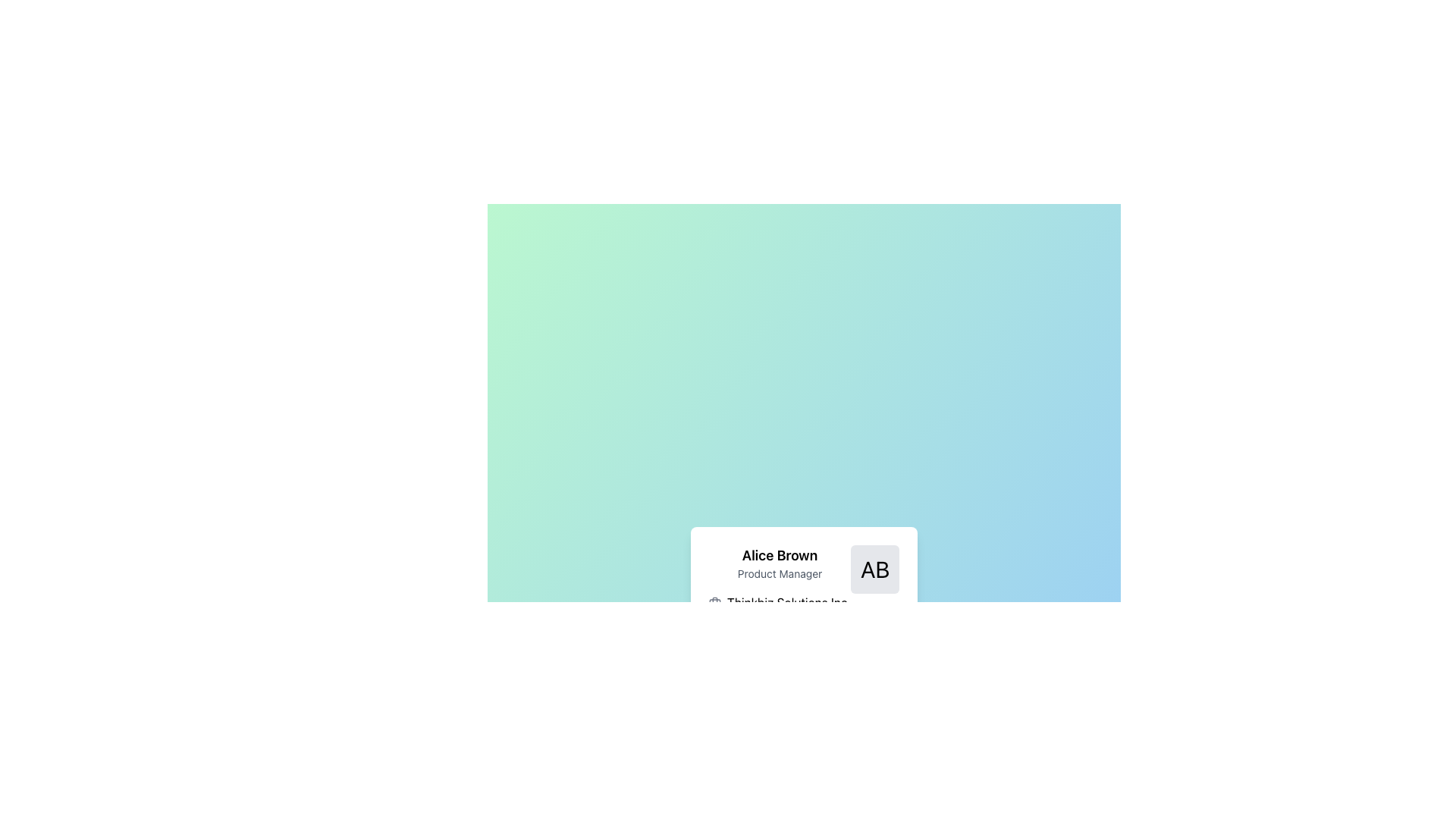 The height and width of the screenshot is (819, 1456). Describe the element at coordinates (780, 601) in the screenshot. I see `text label displaying the company name associated with Alice Brown, positioned below her name and title in the content block` at that location.